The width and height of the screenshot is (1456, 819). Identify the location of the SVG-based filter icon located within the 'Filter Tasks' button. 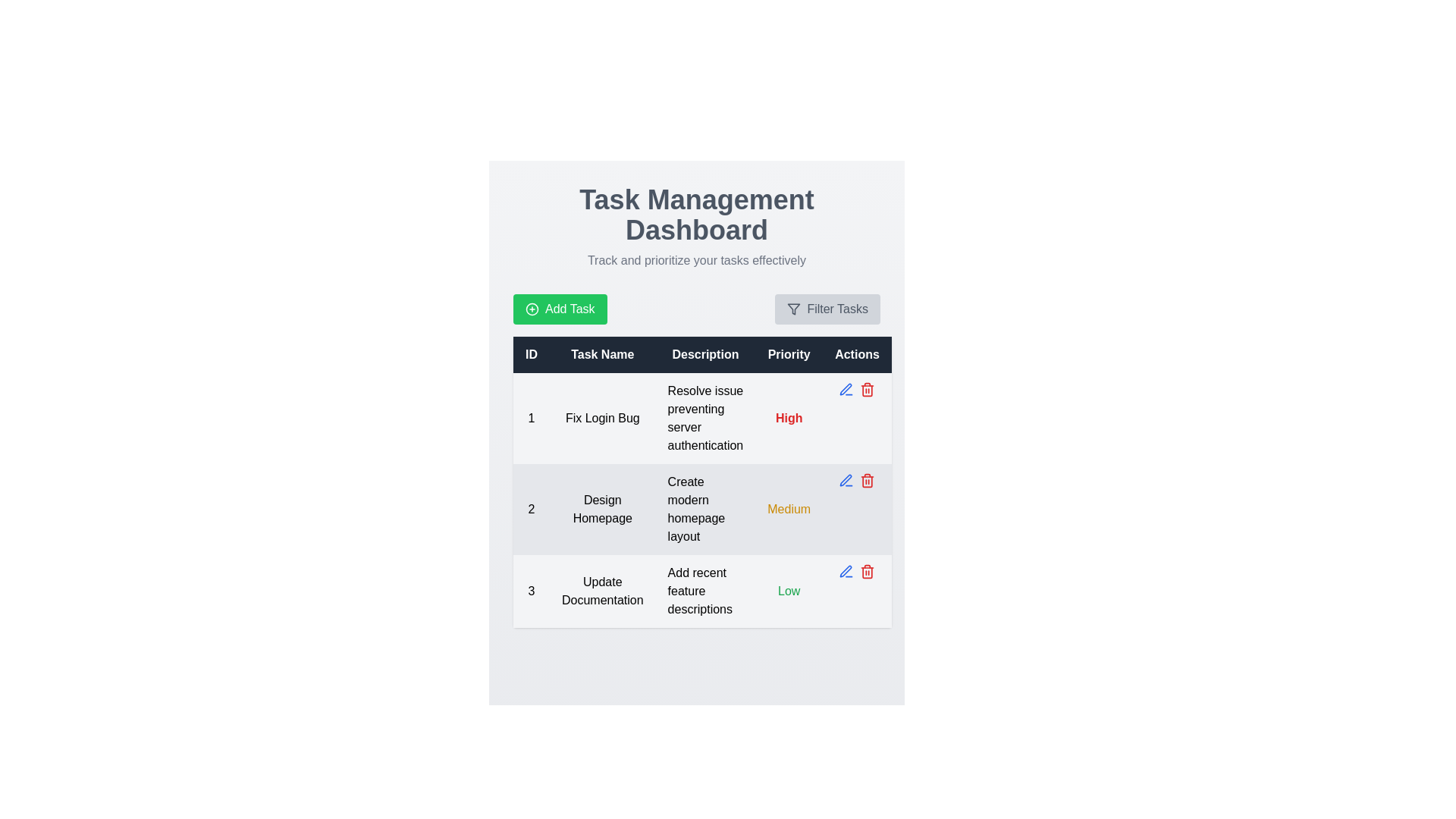
(793, 309).